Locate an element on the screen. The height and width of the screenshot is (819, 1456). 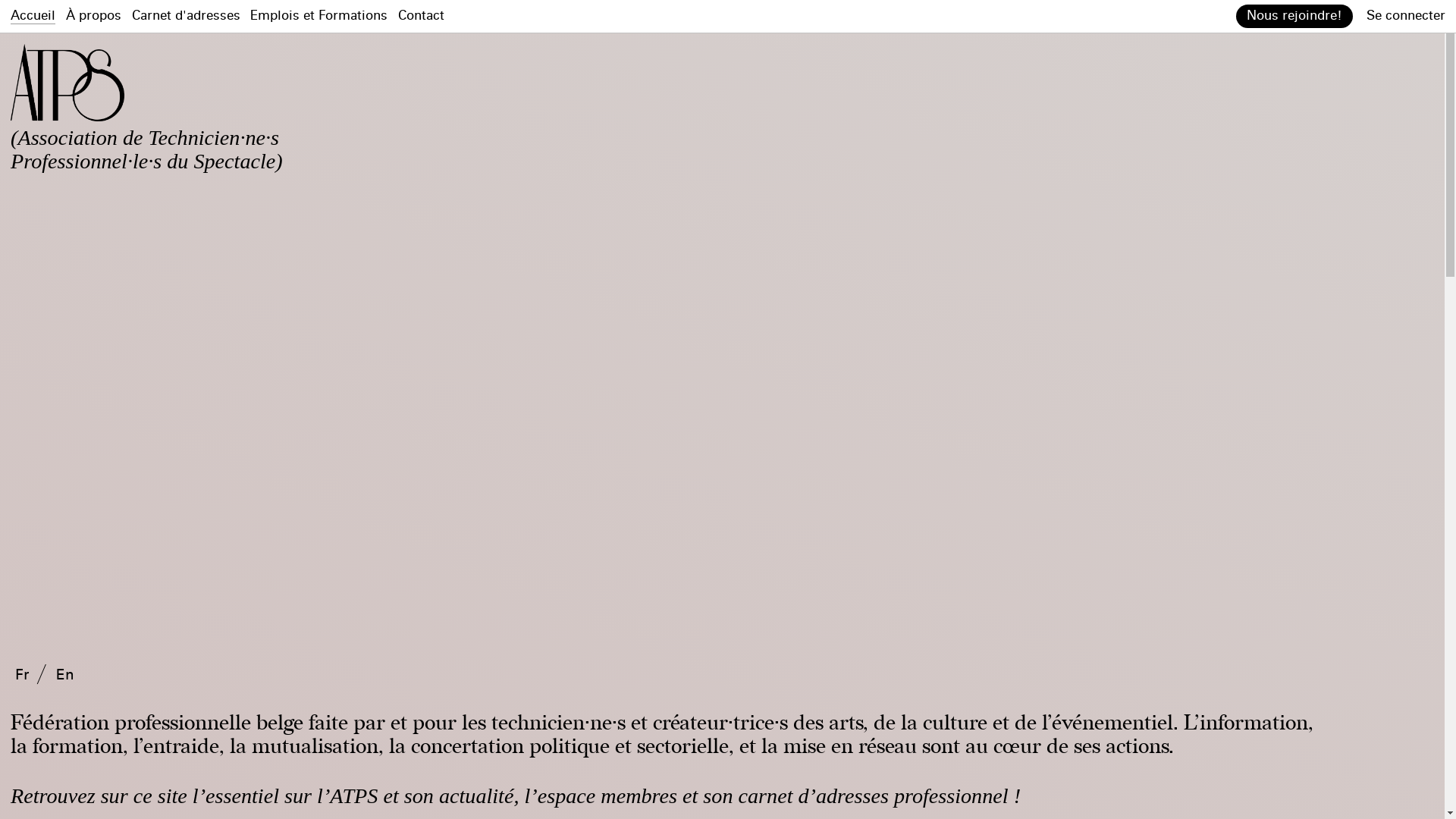
'Se connecter' is located at coordinates (1404, 15).